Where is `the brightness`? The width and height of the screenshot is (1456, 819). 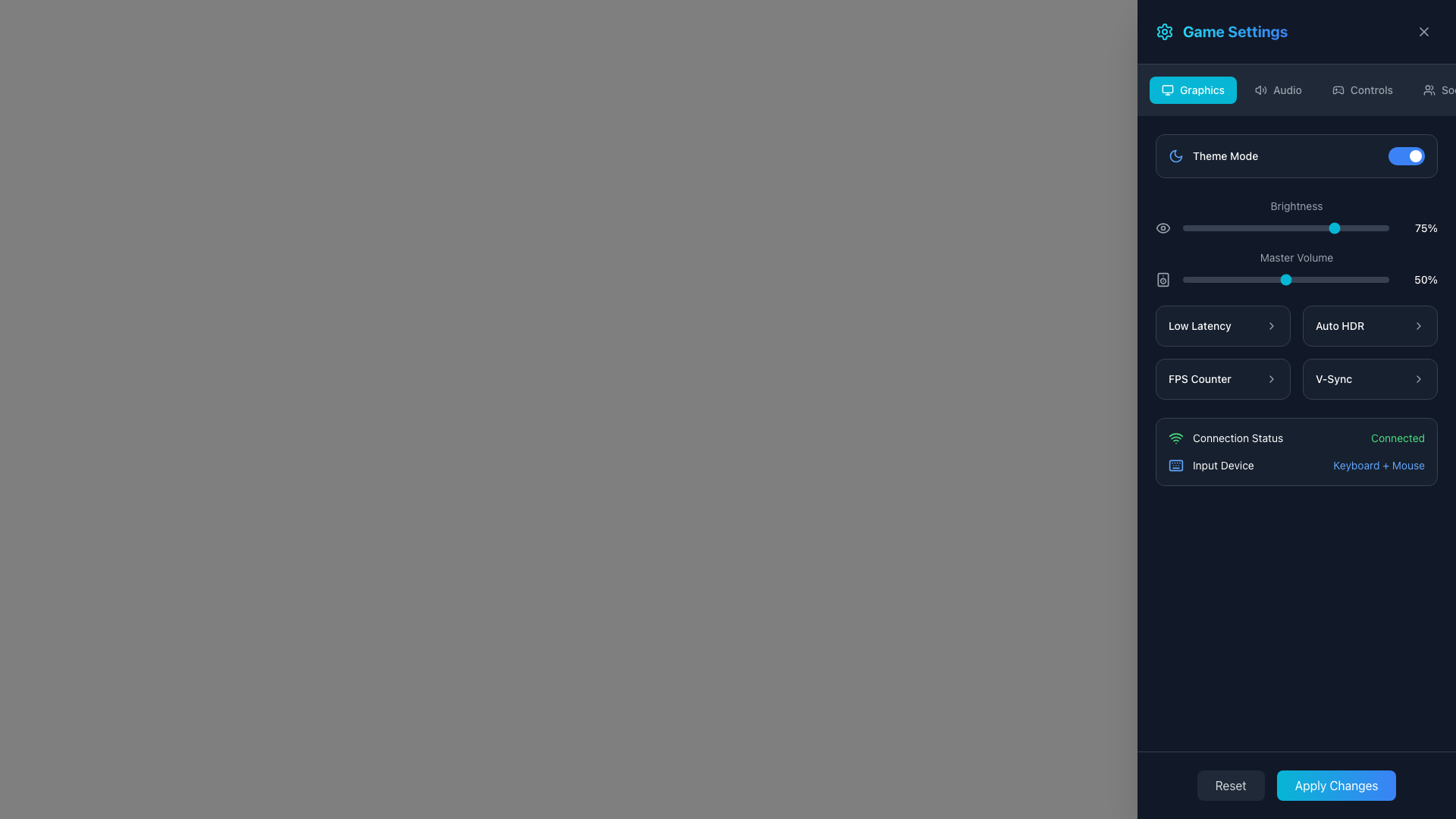 the brightness is located at coordinates (1376, 227).